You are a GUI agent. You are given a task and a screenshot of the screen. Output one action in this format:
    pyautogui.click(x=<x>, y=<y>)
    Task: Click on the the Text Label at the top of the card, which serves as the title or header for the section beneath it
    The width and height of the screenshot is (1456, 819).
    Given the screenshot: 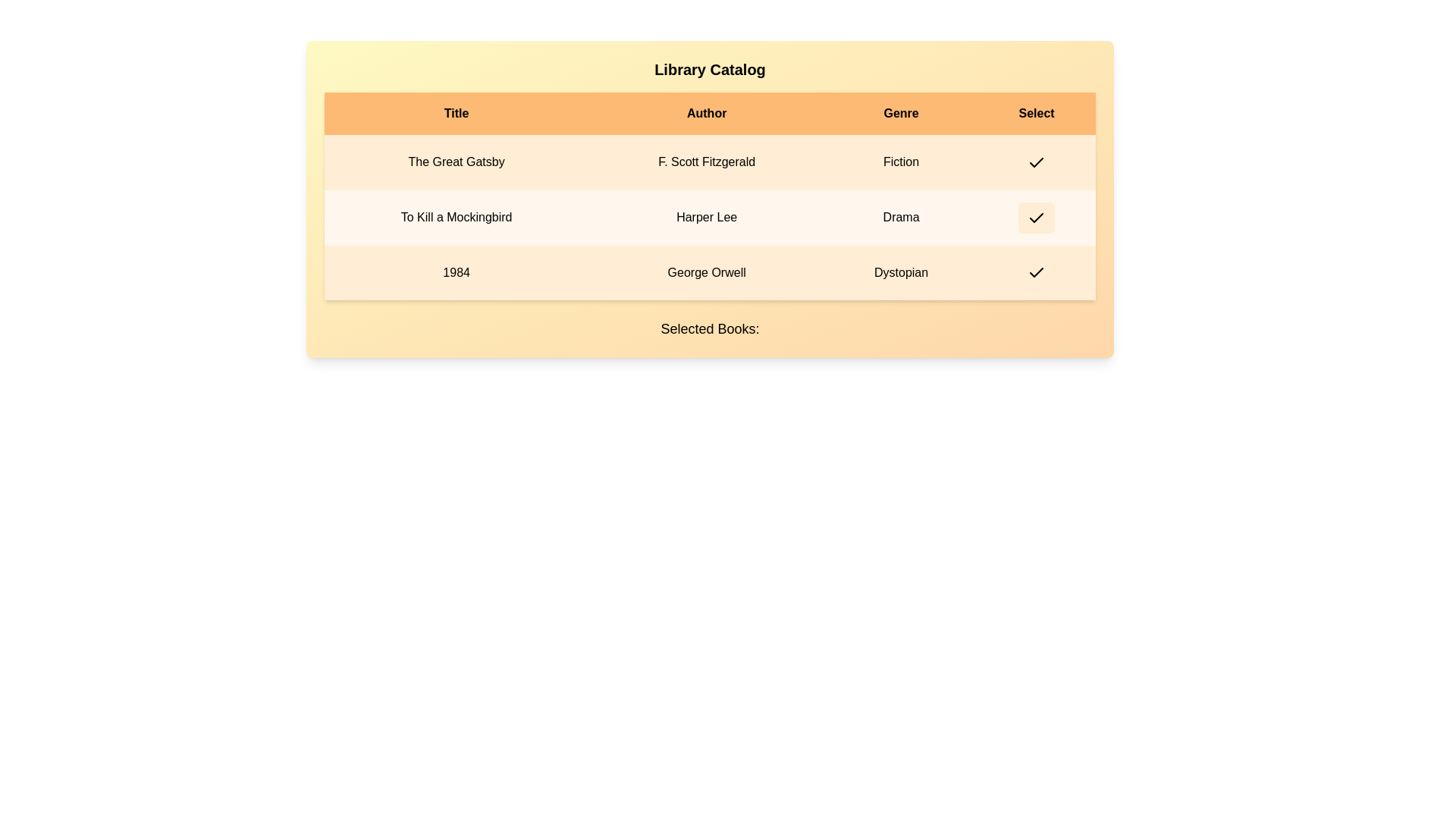 What is the action you would take?
    pyautogui.click(x=709, y=70)
    